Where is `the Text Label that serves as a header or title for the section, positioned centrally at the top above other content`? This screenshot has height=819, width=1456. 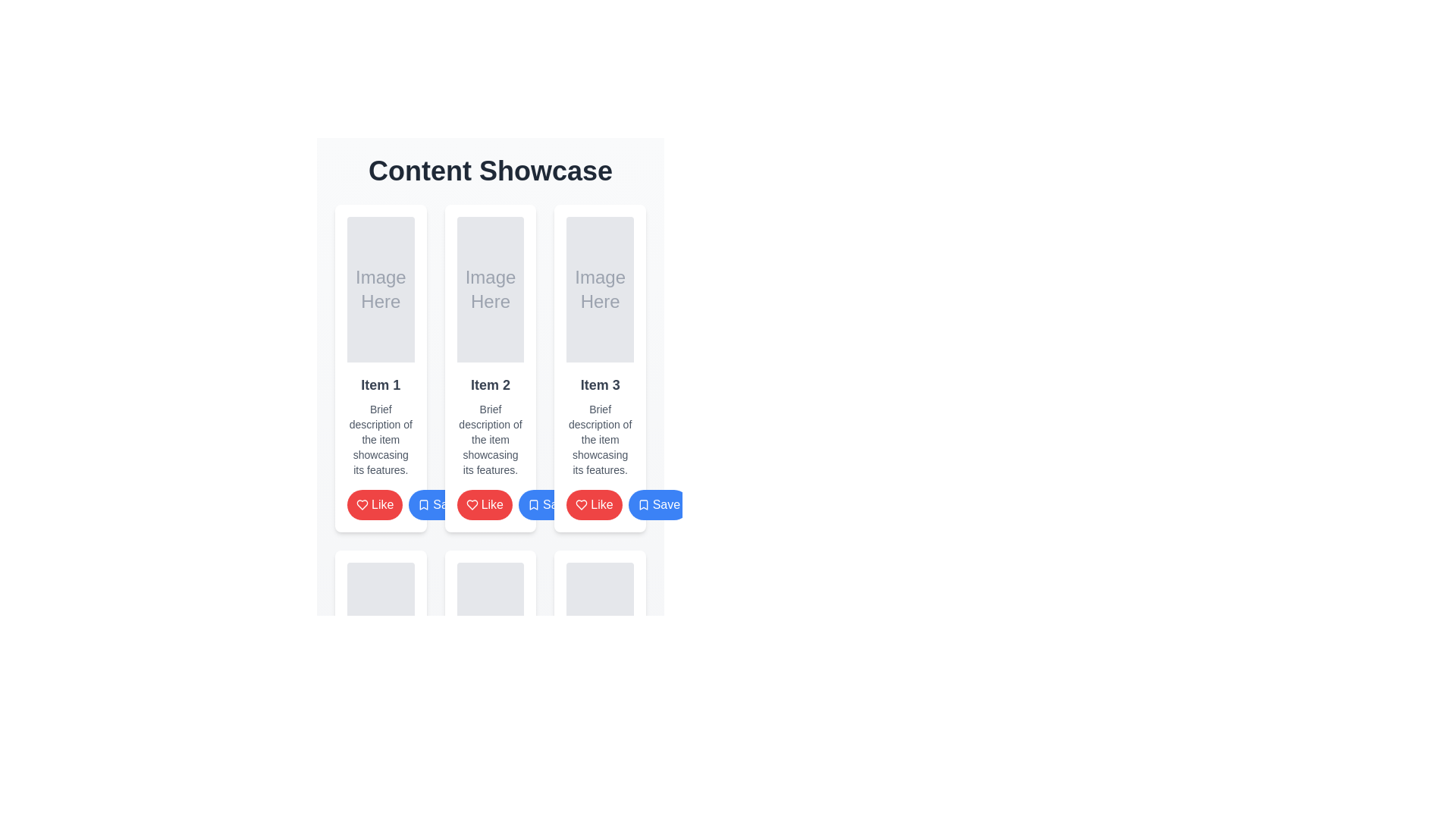 the Text Label that serves as a header or title for the section, positioned centrally at the top above other content is located at coordinates (491, 171).